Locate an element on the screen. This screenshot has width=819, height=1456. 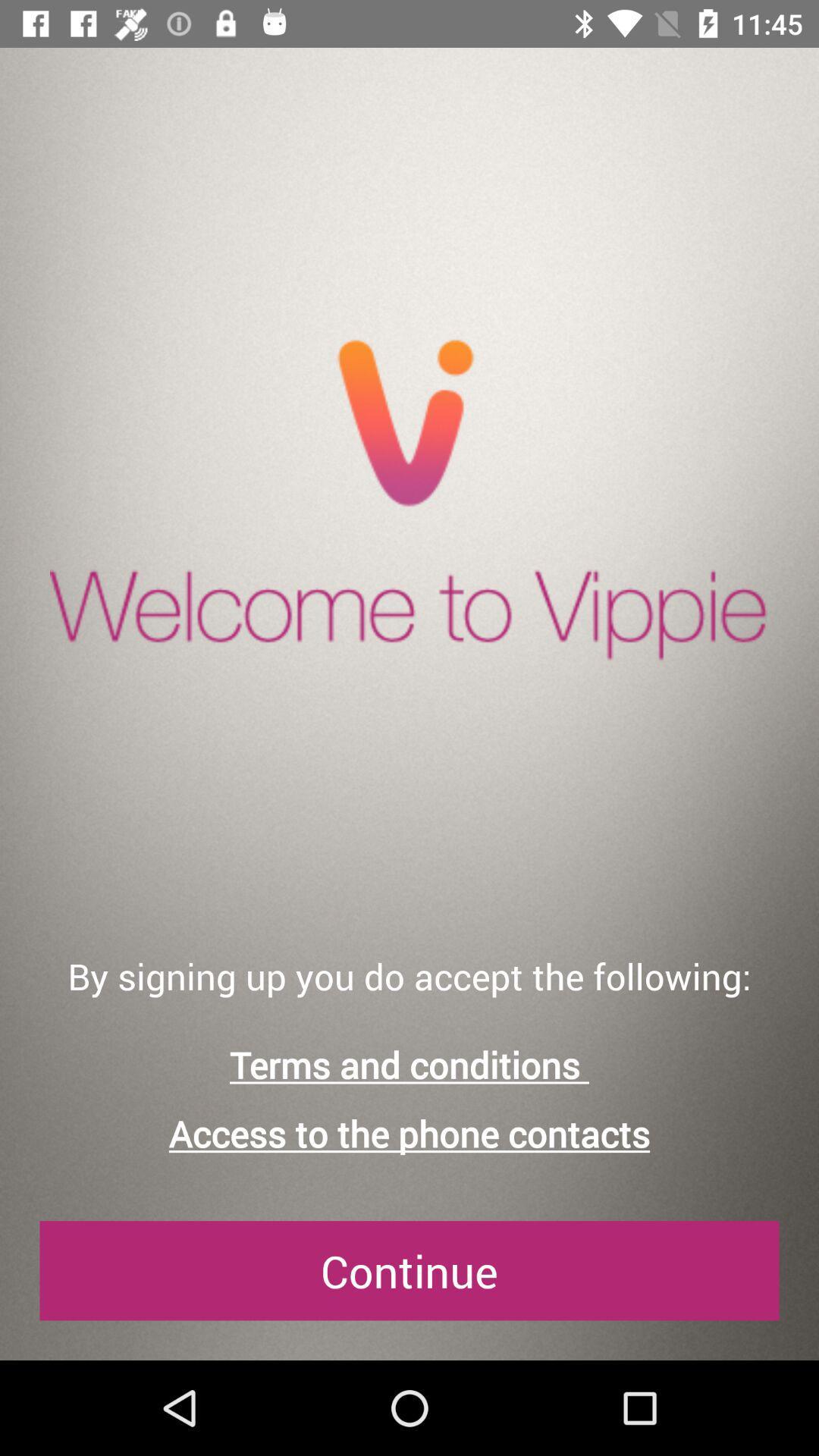
access to the item is located at coordinates (409, 1134).